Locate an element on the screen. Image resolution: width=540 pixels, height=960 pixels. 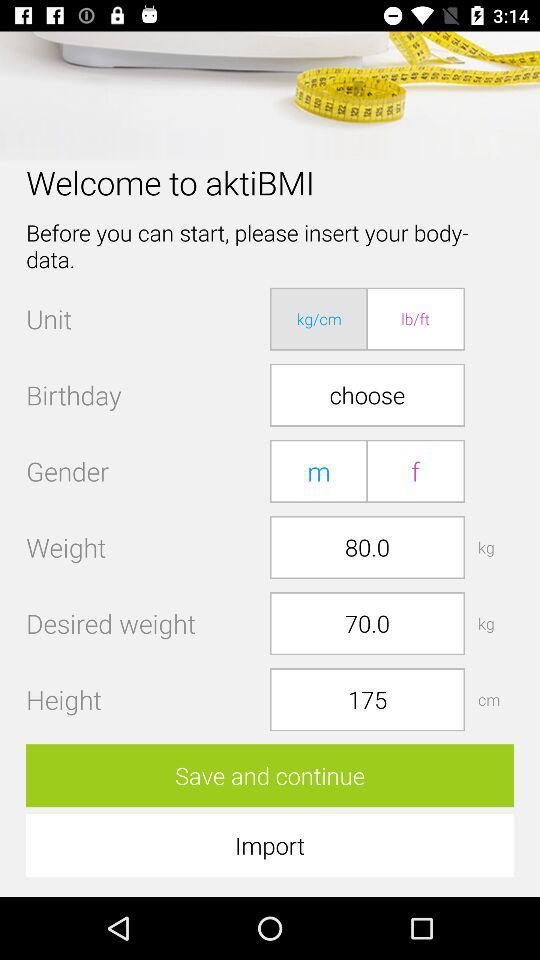
the icon to the right of height icon is located at coordinates (366, 699).